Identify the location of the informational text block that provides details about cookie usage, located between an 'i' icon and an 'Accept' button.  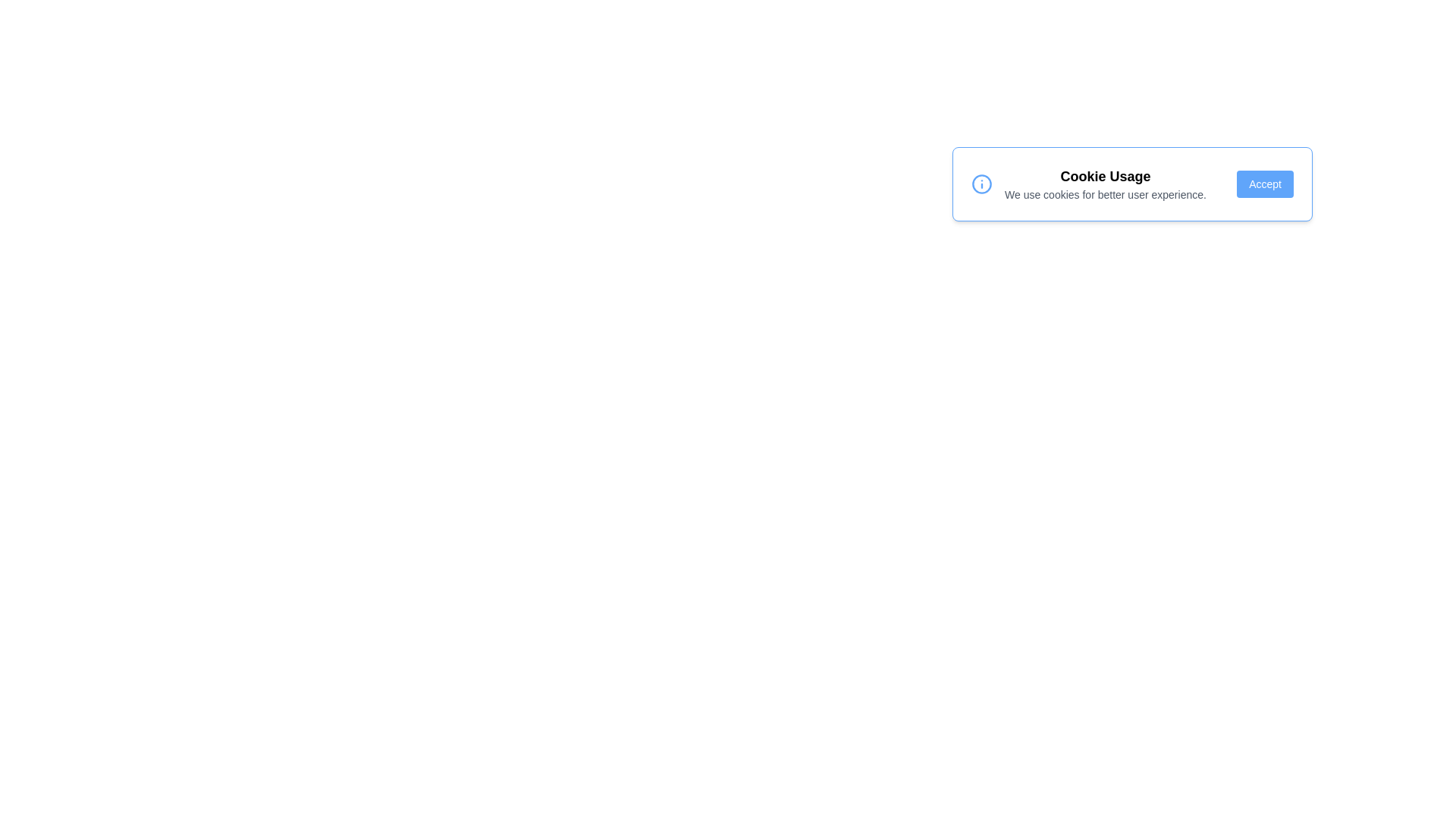
(1105, 184).